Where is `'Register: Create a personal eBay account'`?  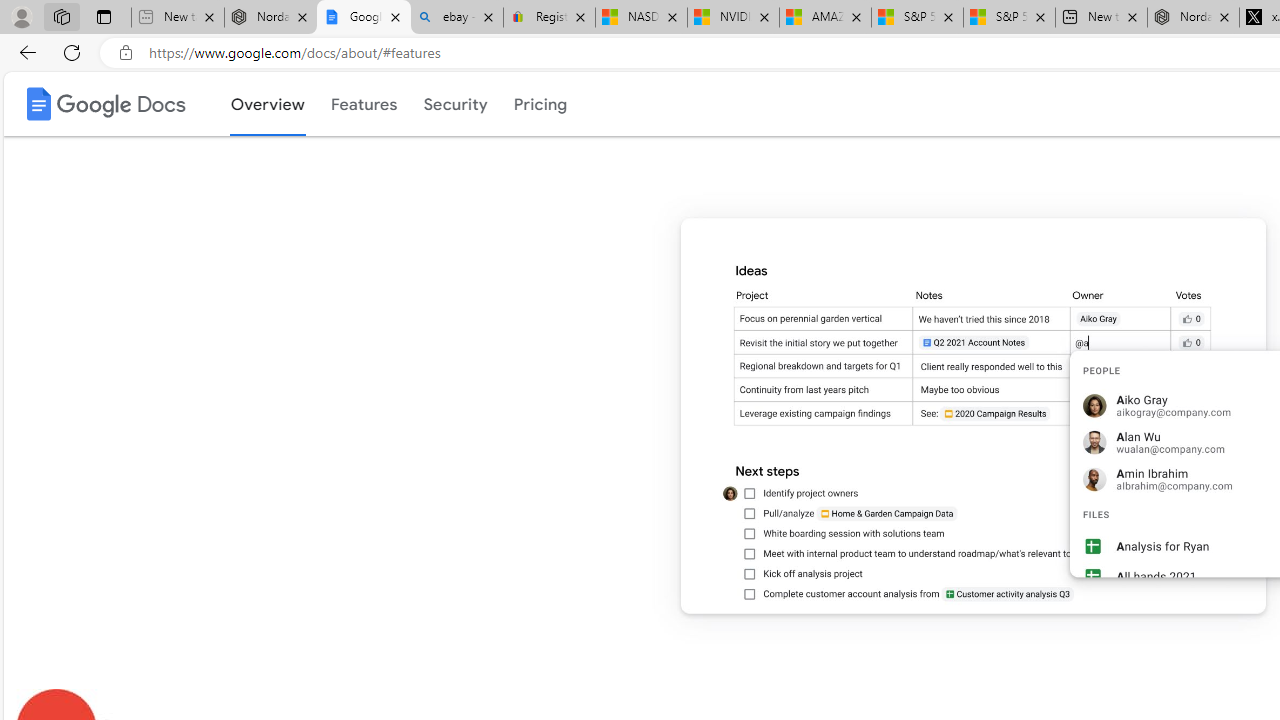 'Register: Create a personal eBay account' is located at coordinates (549, 17).